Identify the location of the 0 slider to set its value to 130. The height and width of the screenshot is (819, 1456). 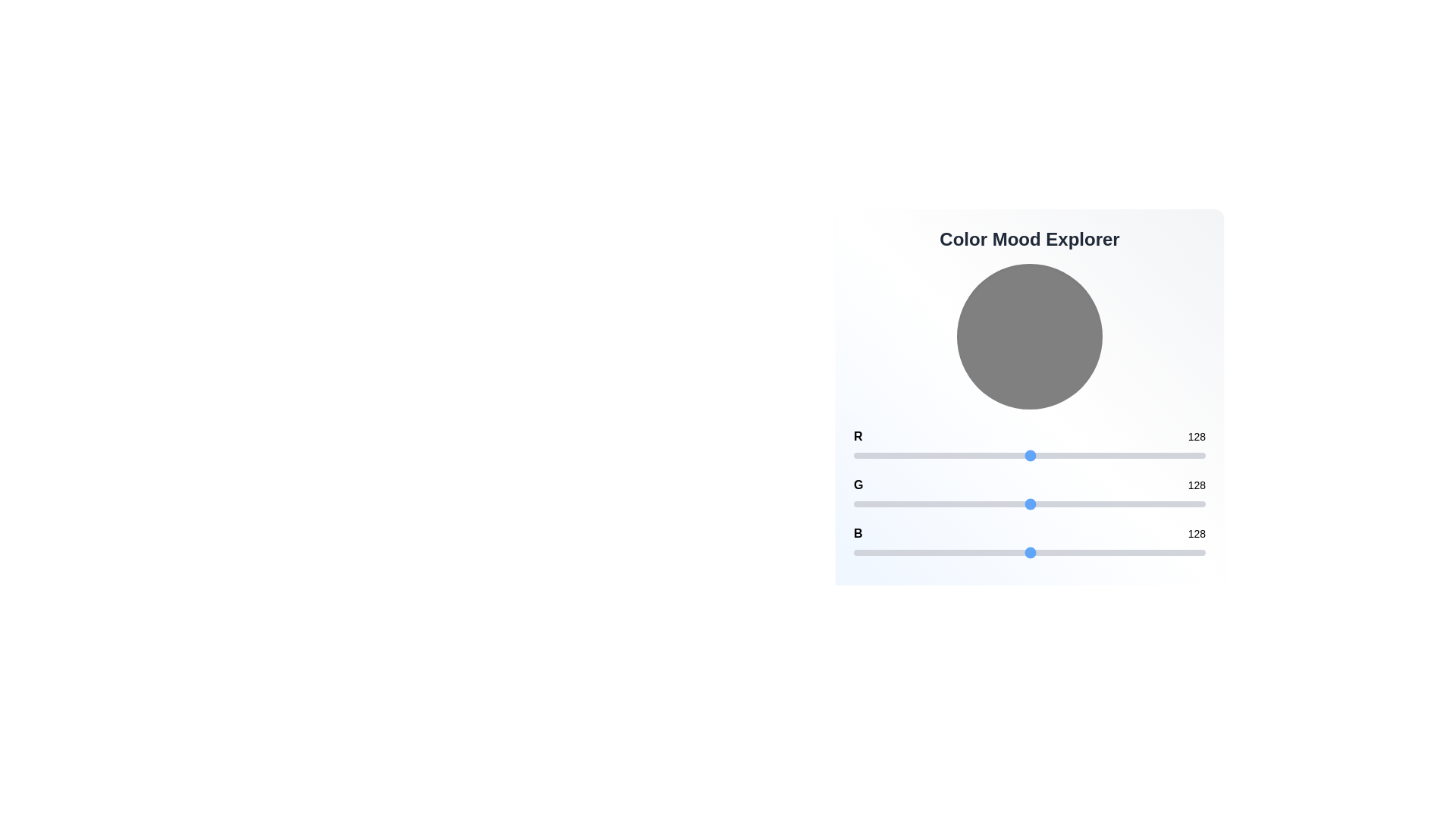
(1032, 455).